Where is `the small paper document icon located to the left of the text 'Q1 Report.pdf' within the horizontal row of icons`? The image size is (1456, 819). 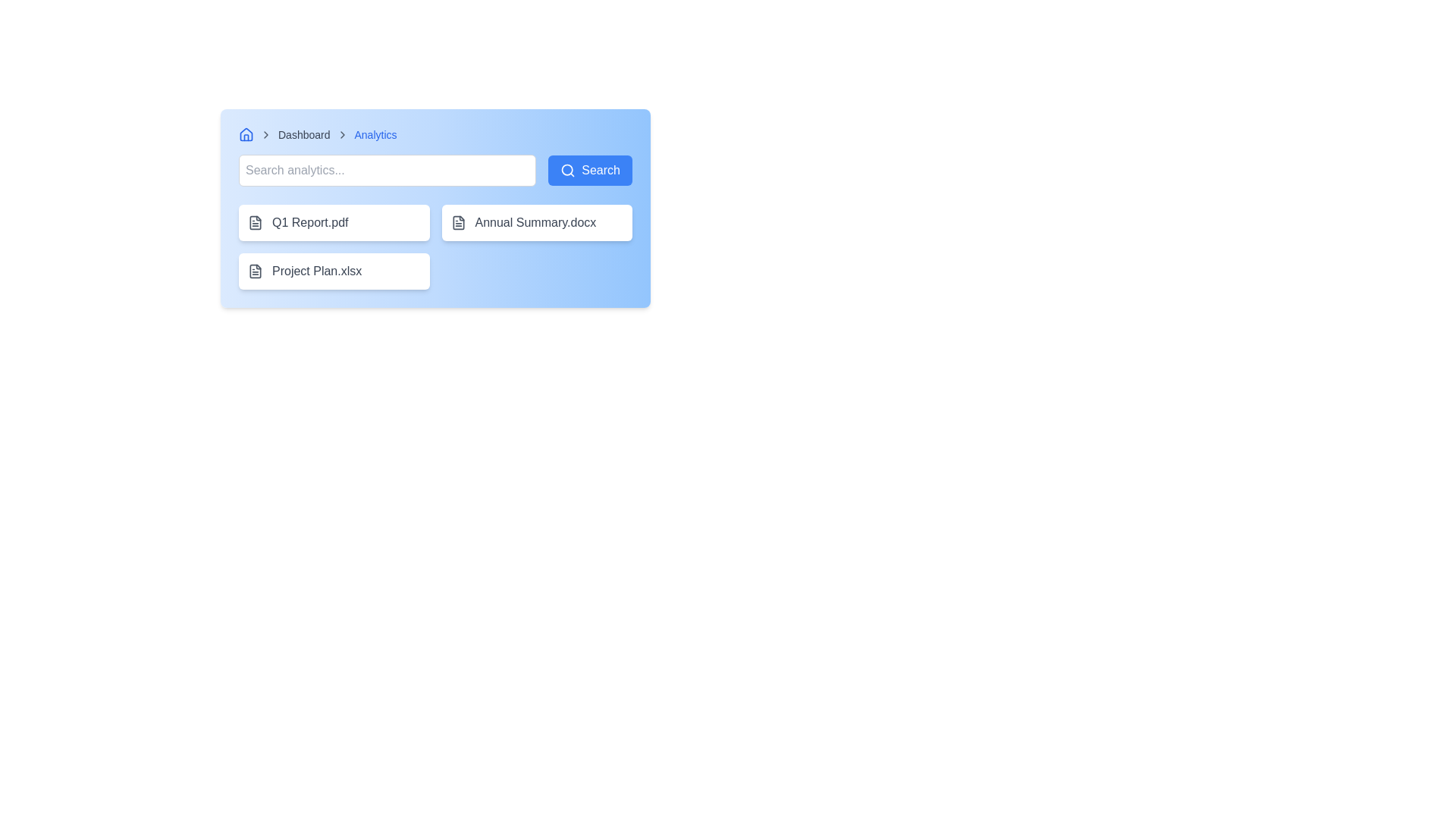
the small paper document icon located to the left of the text 'Q1 Report.pdf' within the horizontal row of icons is located at coordinates (255, 222).